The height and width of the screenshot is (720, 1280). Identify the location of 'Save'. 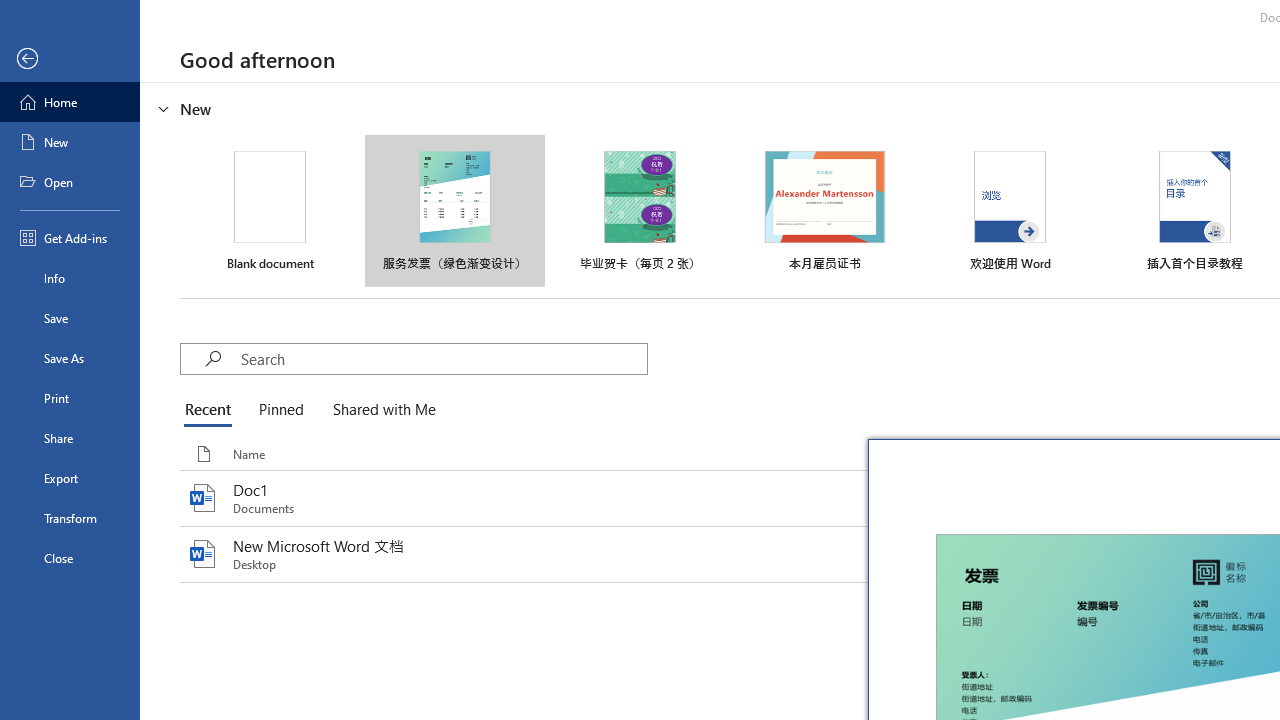
(69, 316).